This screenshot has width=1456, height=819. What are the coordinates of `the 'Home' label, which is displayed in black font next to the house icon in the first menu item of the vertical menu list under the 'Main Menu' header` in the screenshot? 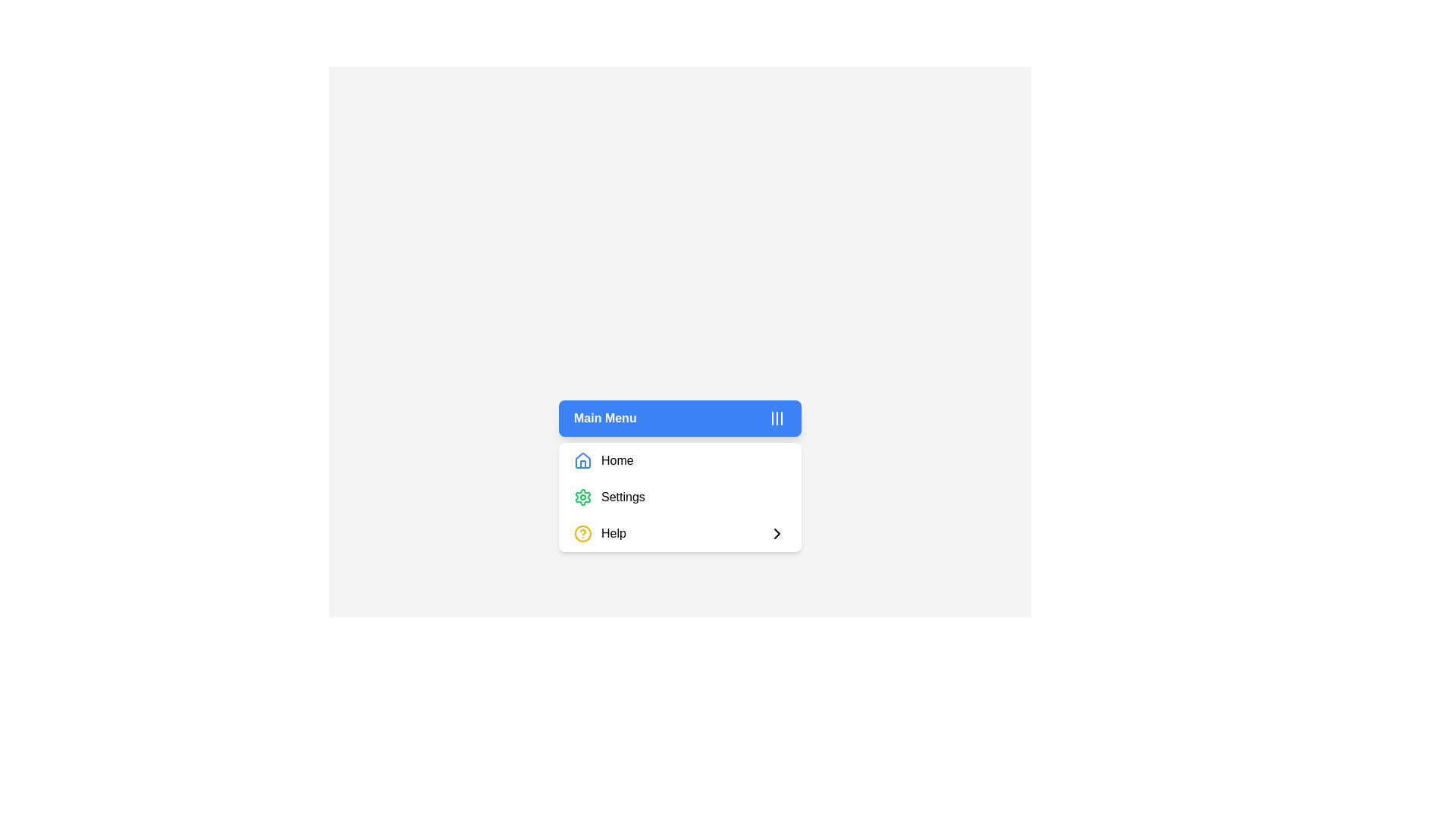 It's located at (617, 460).